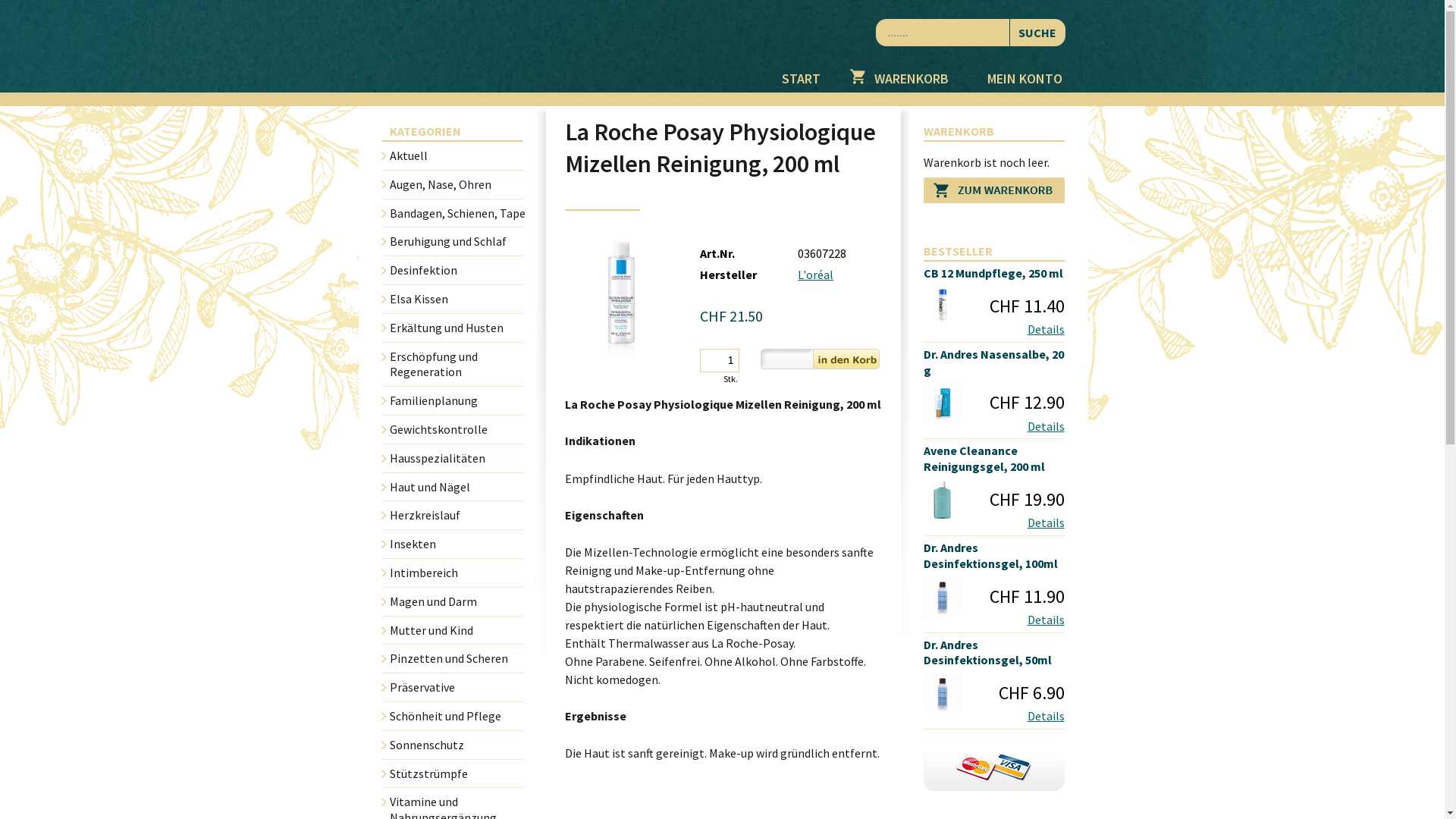 The image size is (1456, 819). I want to click on 'Avene Cleanance Reinigungsgel, 200 ml', so click(993, 458).